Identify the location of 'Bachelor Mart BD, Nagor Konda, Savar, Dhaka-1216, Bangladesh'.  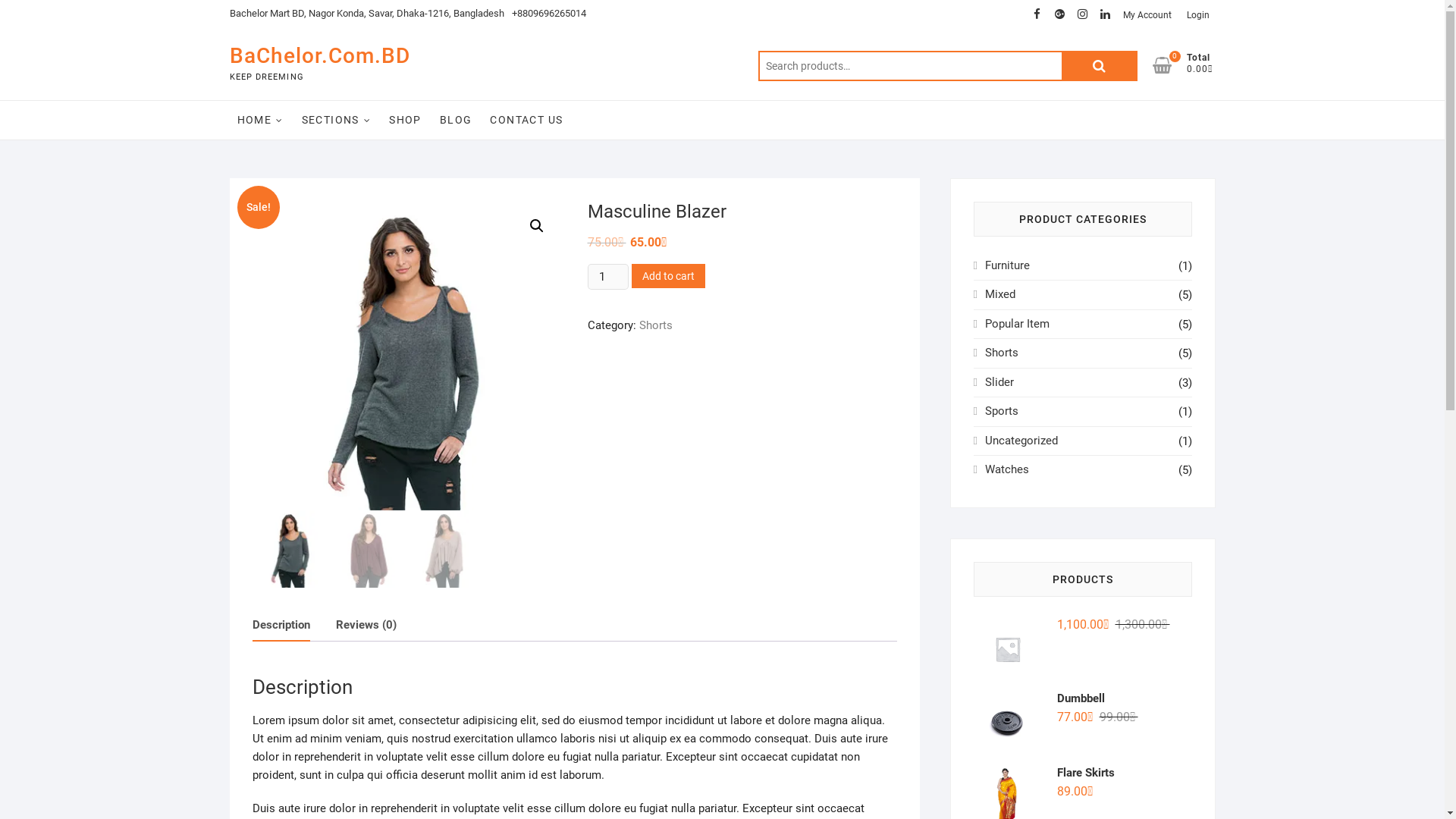
(366, 14).